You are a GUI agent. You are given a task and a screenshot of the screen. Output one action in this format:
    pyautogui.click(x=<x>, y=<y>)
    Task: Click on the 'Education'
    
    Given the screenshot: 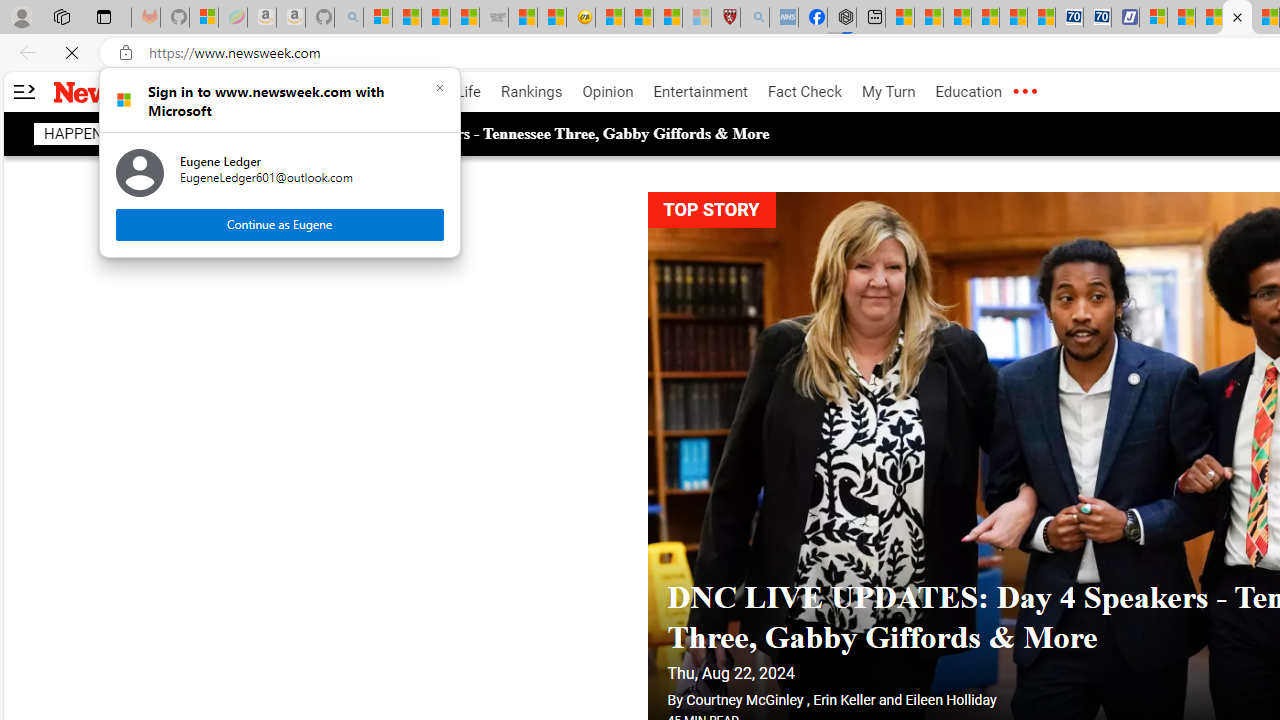 What is the action you would take?
    pyautogui.click(x=968, y=92)
    